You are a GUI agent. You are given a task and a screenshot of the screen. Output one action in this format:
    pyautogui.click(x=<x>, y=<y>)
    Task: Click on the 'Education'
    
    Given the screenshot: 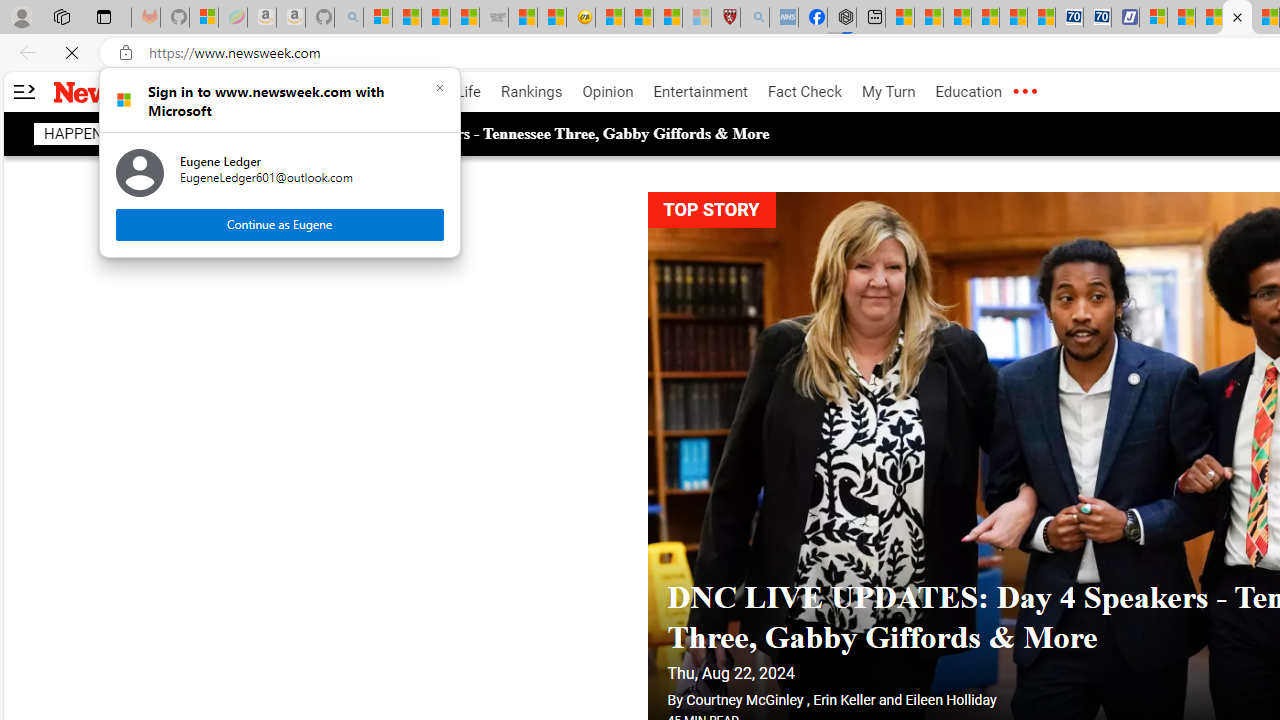 What is the action you would take?
    pyautogui.click(x=968, y=92)
    